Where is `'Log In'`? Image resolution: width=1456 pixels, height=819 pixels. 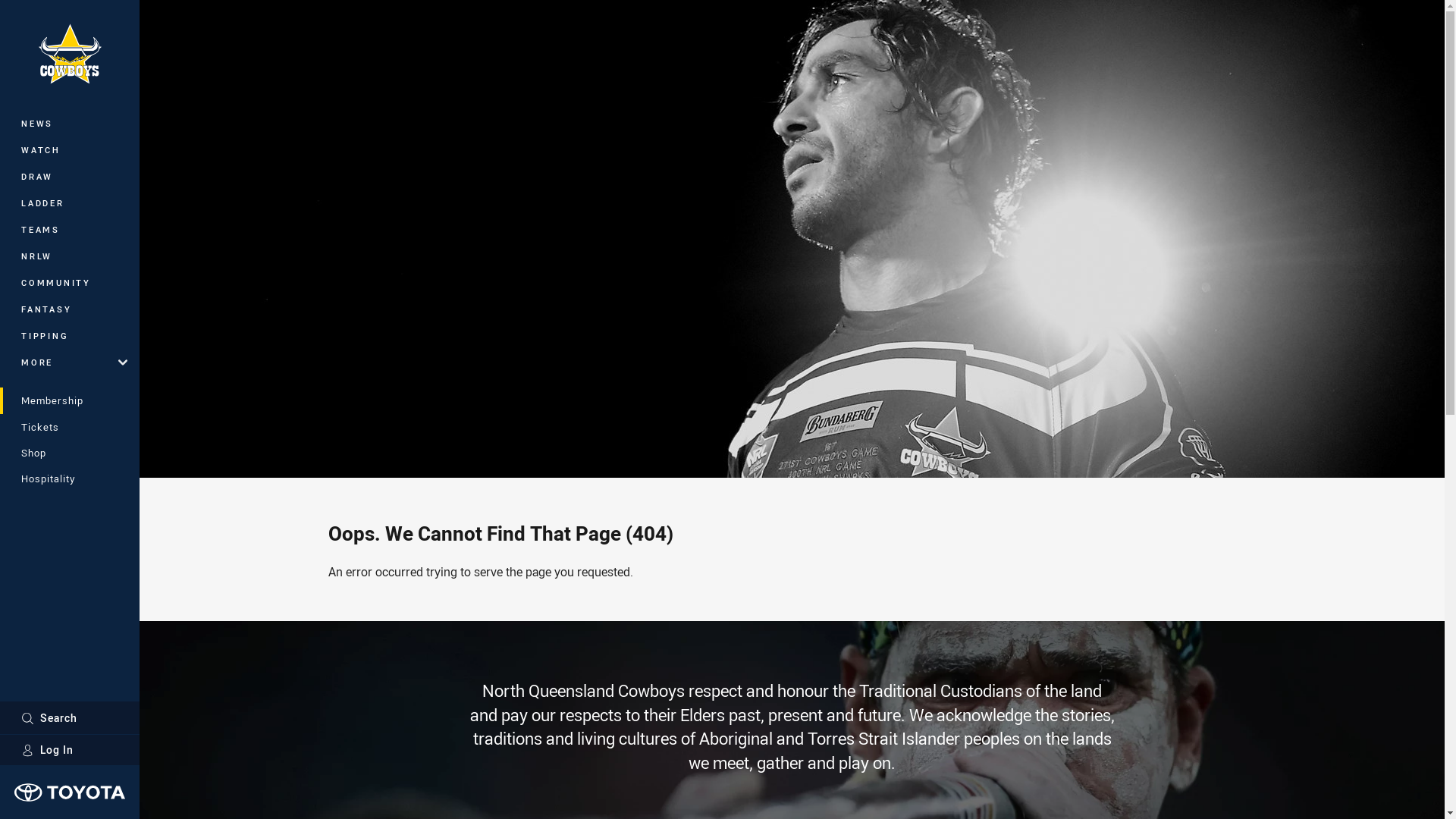
'Log In' is located at coordinates (68, 748).